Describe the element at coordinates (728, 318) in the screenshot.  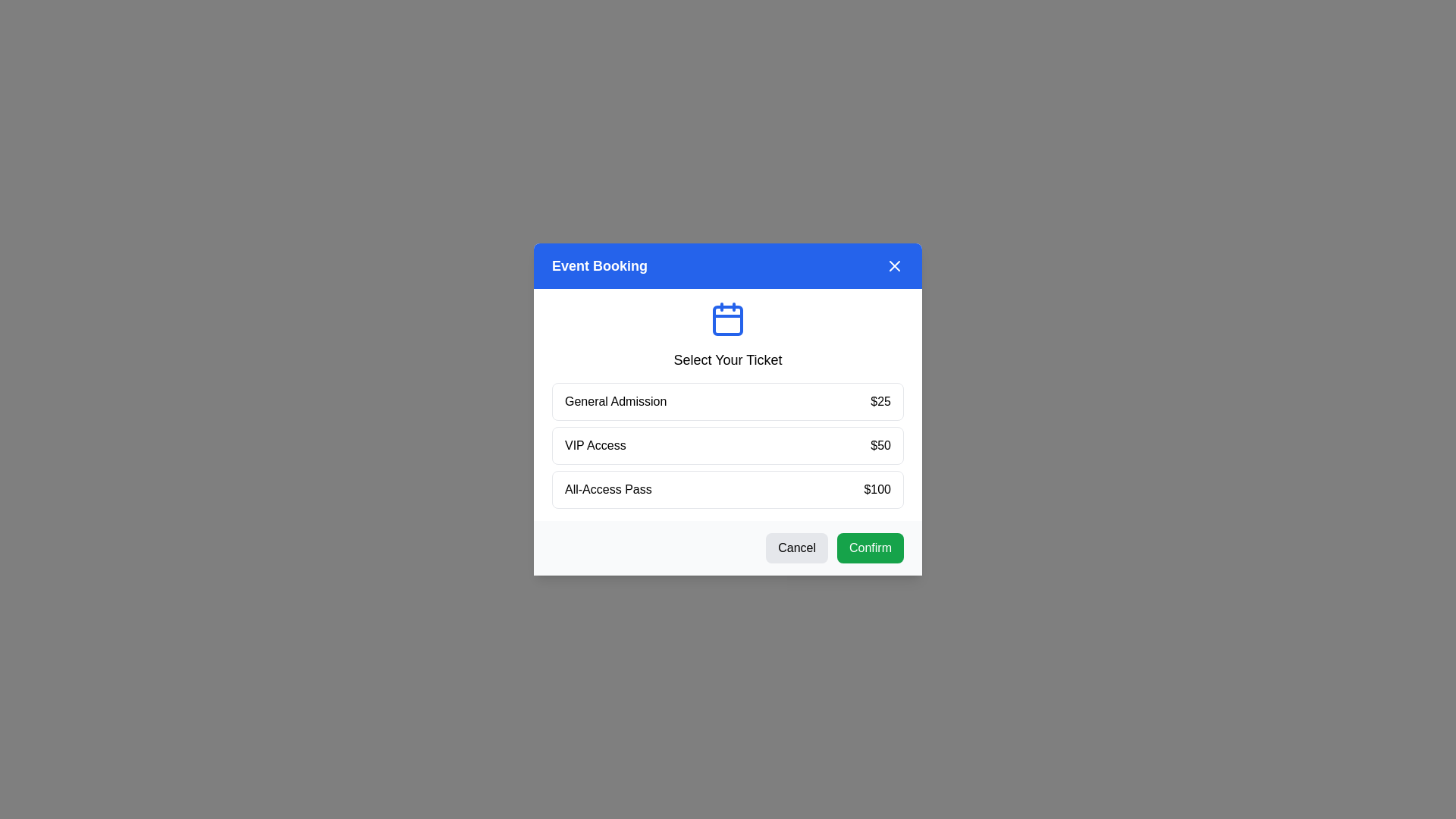
I see `the decorative icon symbolizing scheduling or event selection, located below the 'Event Booking' title and above the 'Select Your Ticket' text in the dialog box` at that location.